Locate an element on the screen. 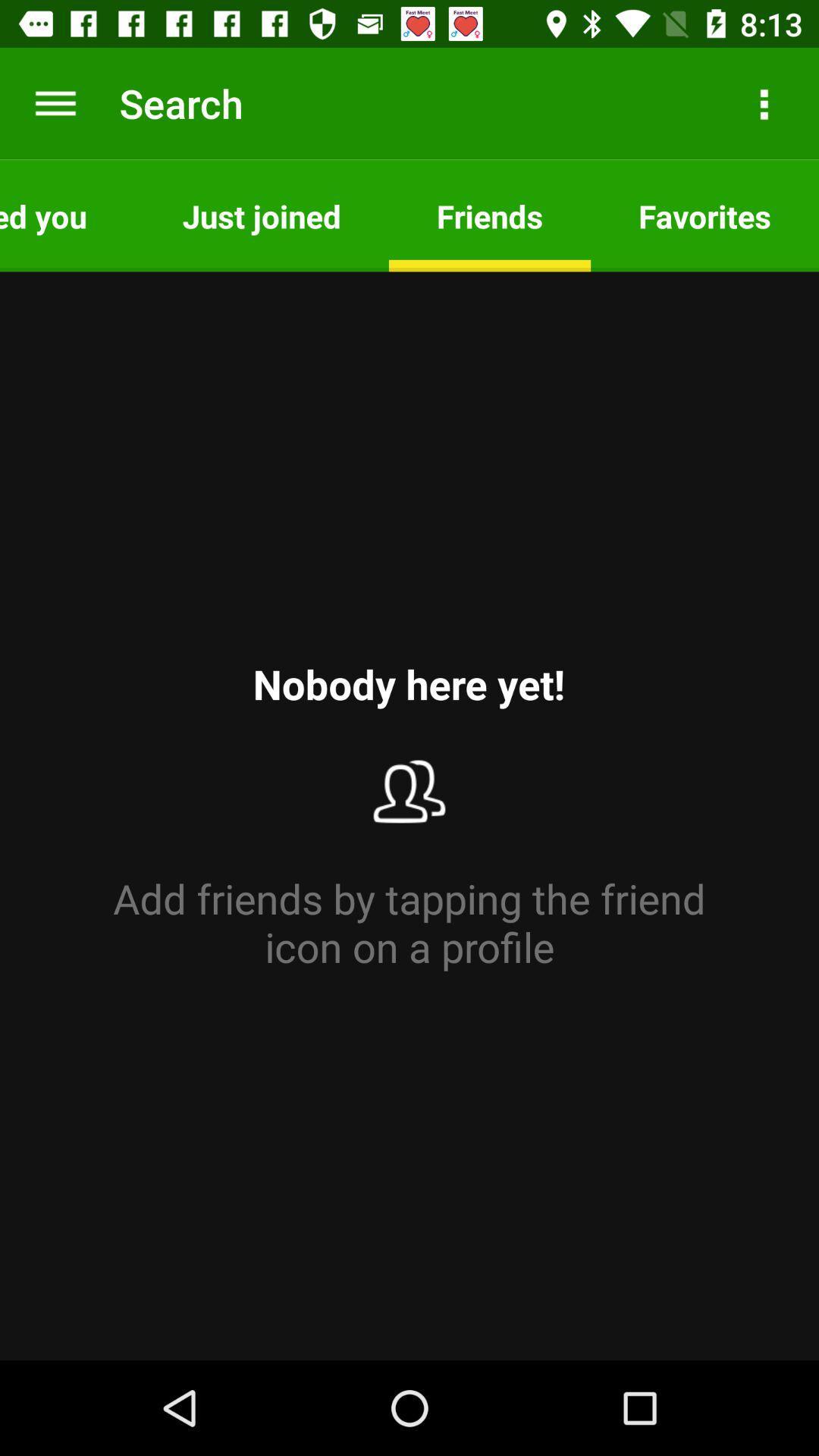 This screenshot has height=1456, width=819. favorites app is located at coordinates (704, 215).